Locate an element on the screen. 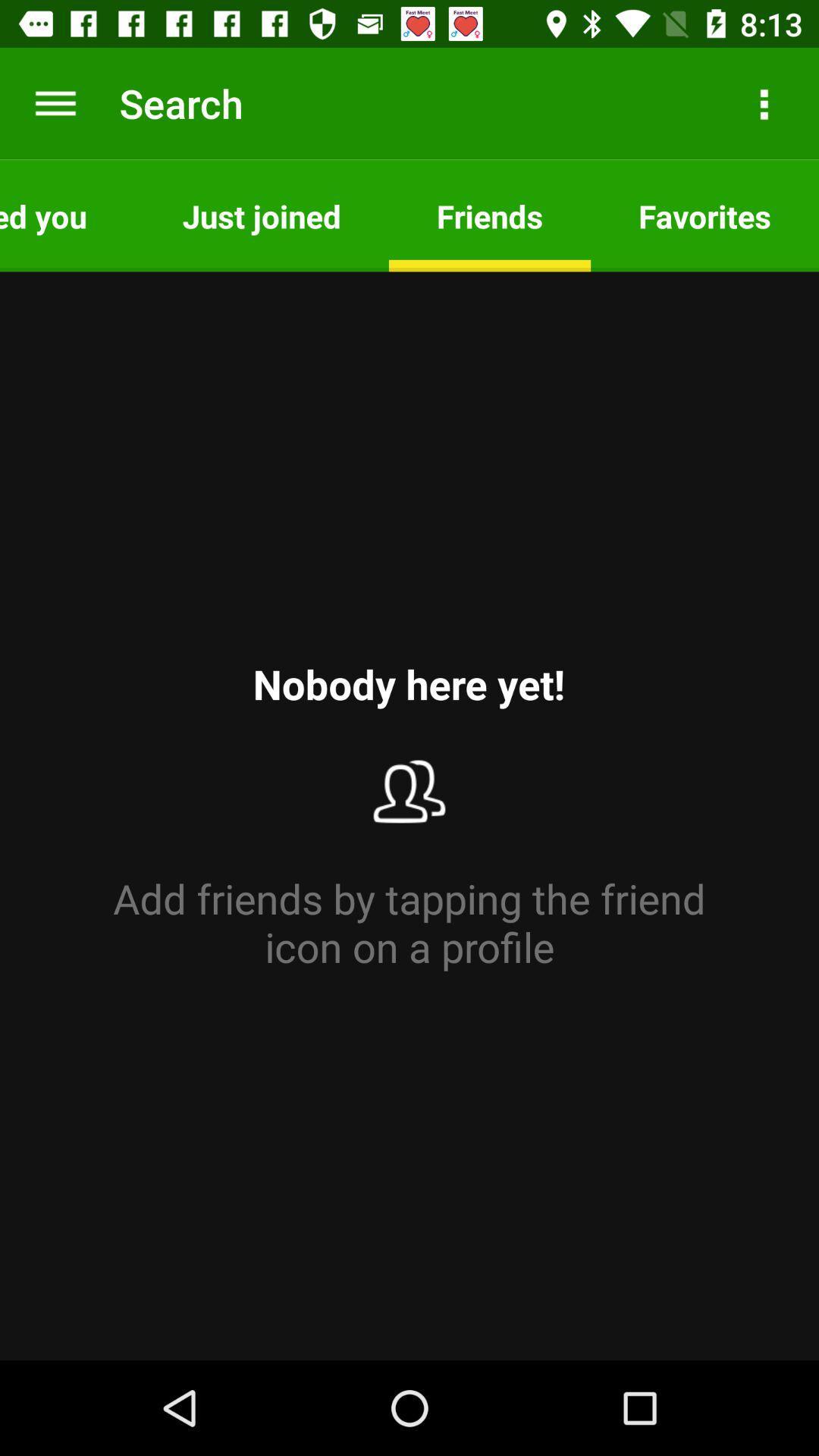 This screenshot has height=1456, width=819. favorites app is located at coordinates (704, 215).